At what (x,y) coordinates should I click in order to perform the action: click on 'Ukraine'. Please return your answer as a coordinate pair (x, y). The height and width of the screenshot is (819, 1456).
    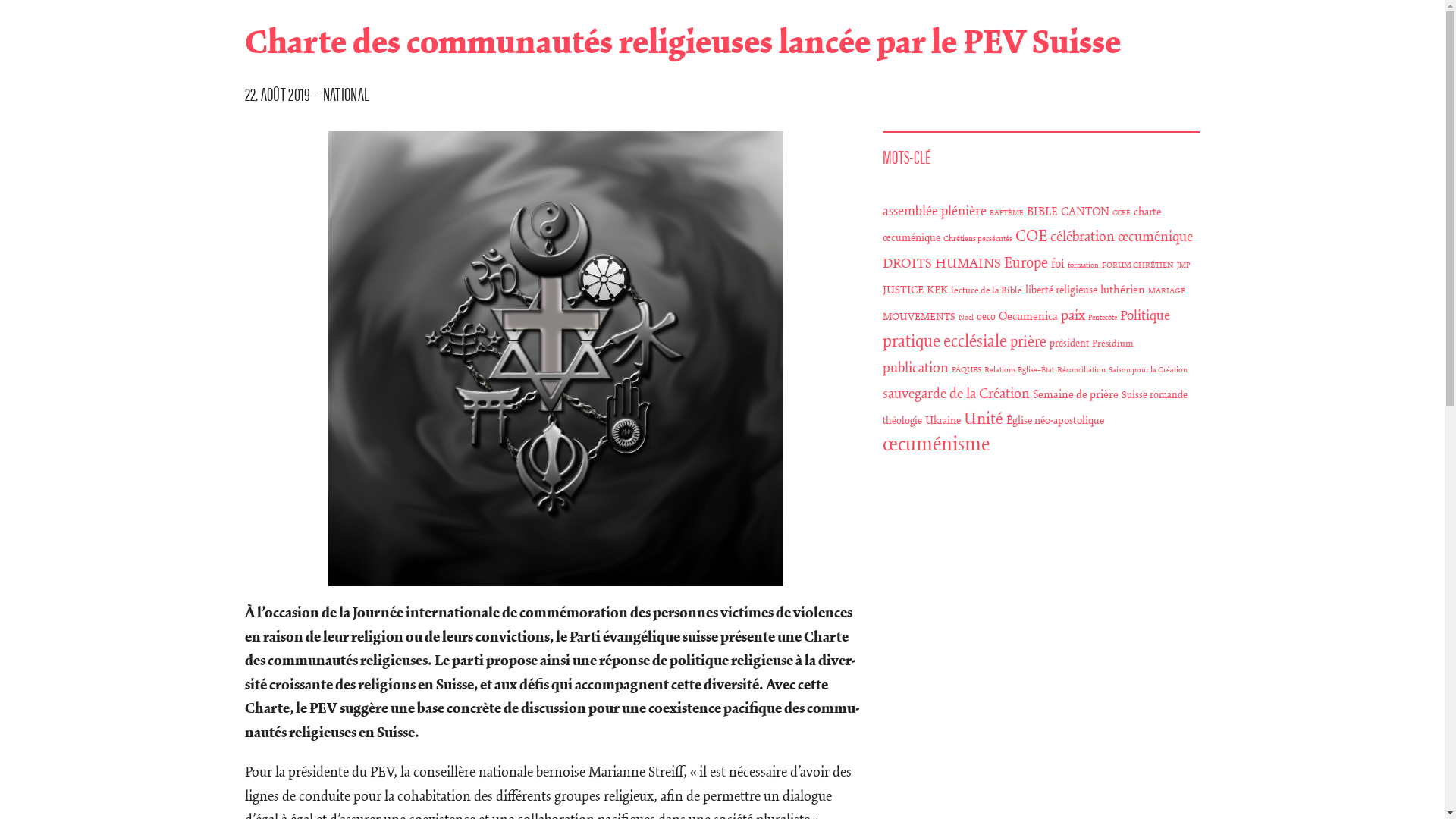
    Looking at the image, I should click on (924, 421).